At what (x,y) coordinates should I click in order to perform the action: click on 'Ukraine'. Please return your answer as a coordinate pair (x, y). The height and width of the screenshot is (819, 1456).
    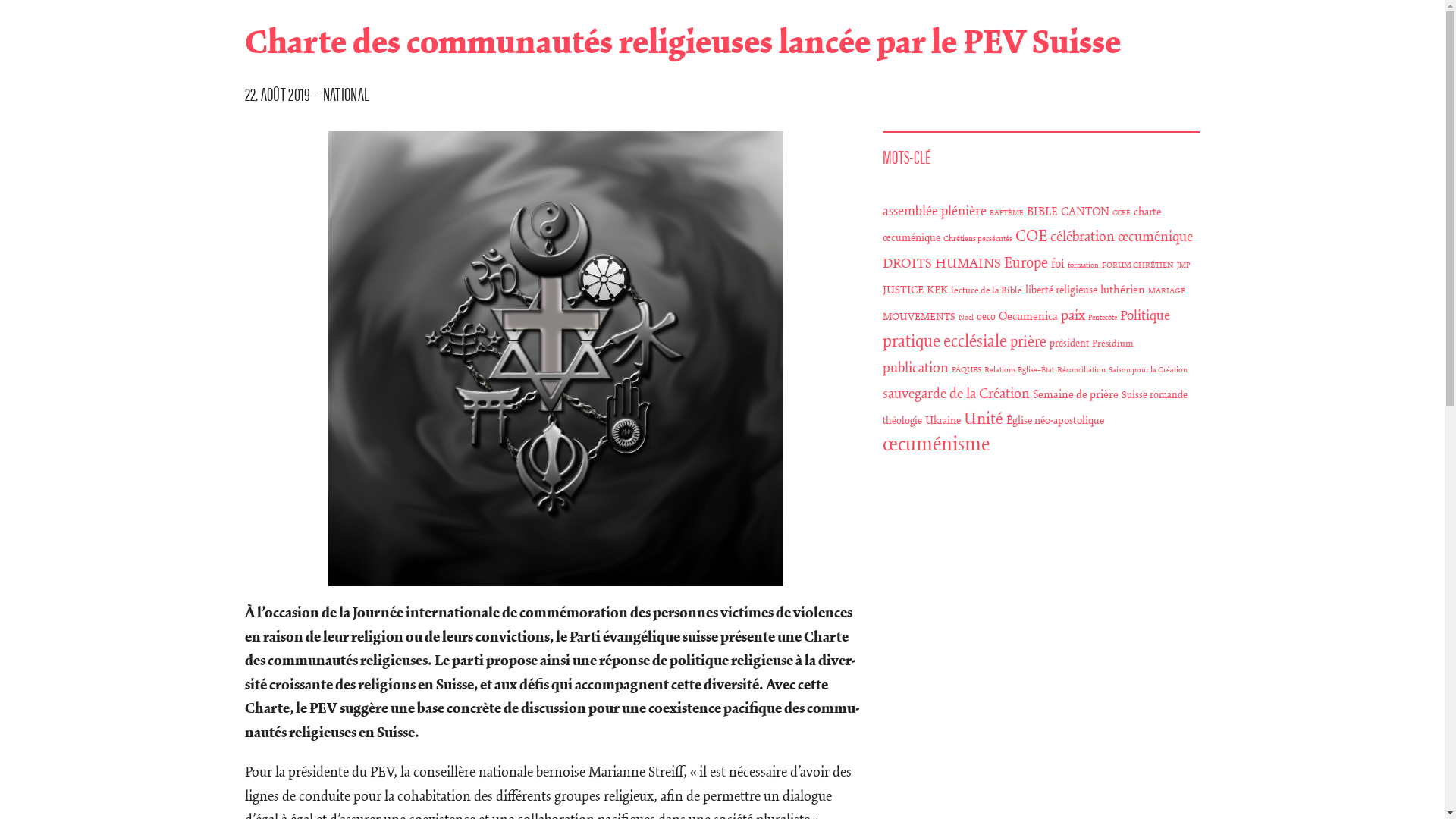
    Looking at the image, I should click on (924, 421).